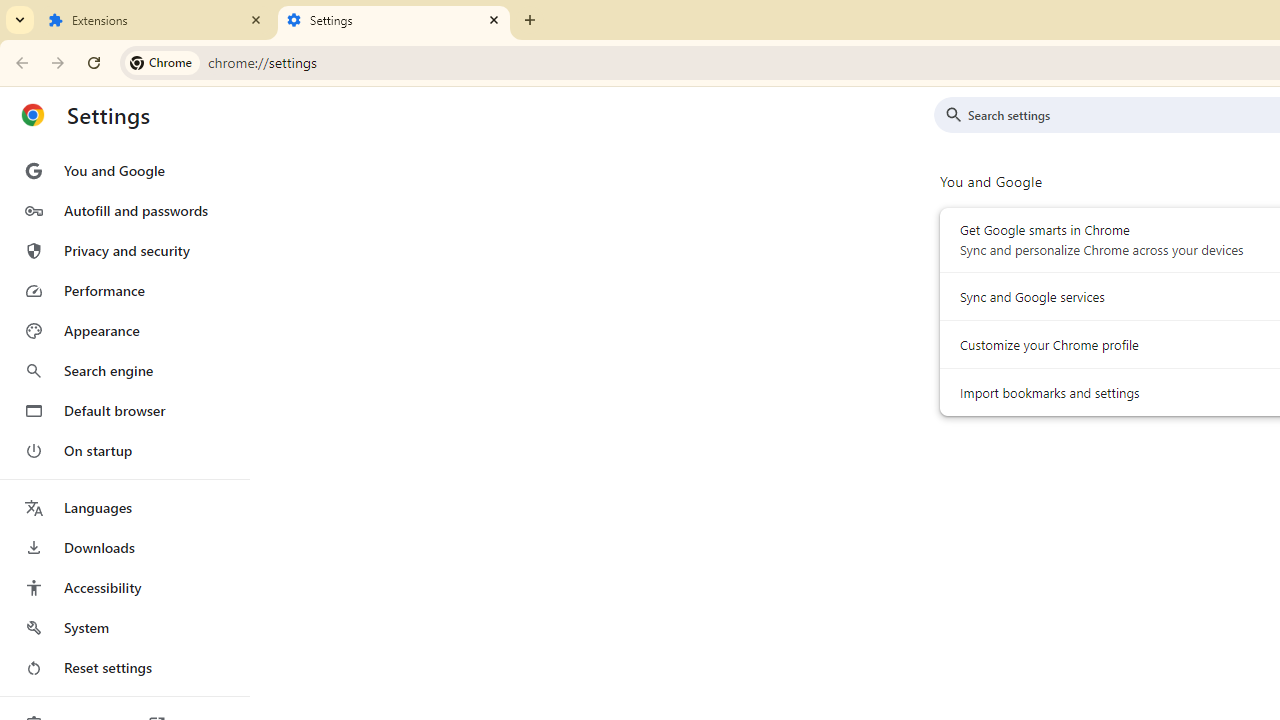 This screenshot has width=1280, height=720. What do you see at coordinates (394, 20) in the screenshot?
I see `'Settings'` at bounding box center [394, 20].